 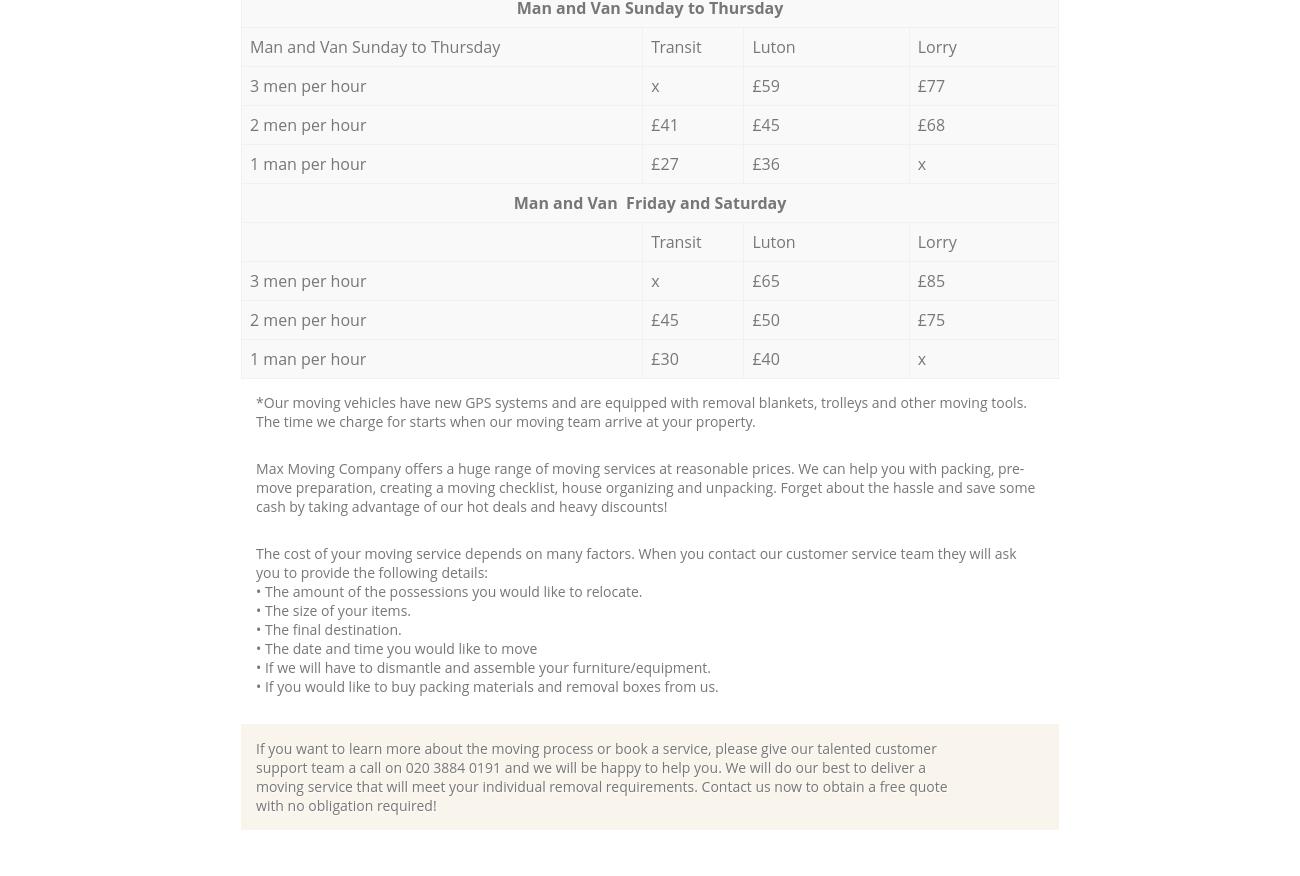 What do you see at coordinates (396, 648) in the screenshot?
I see `'• The date and time you would like to move'` at bounding box center [396, 648].